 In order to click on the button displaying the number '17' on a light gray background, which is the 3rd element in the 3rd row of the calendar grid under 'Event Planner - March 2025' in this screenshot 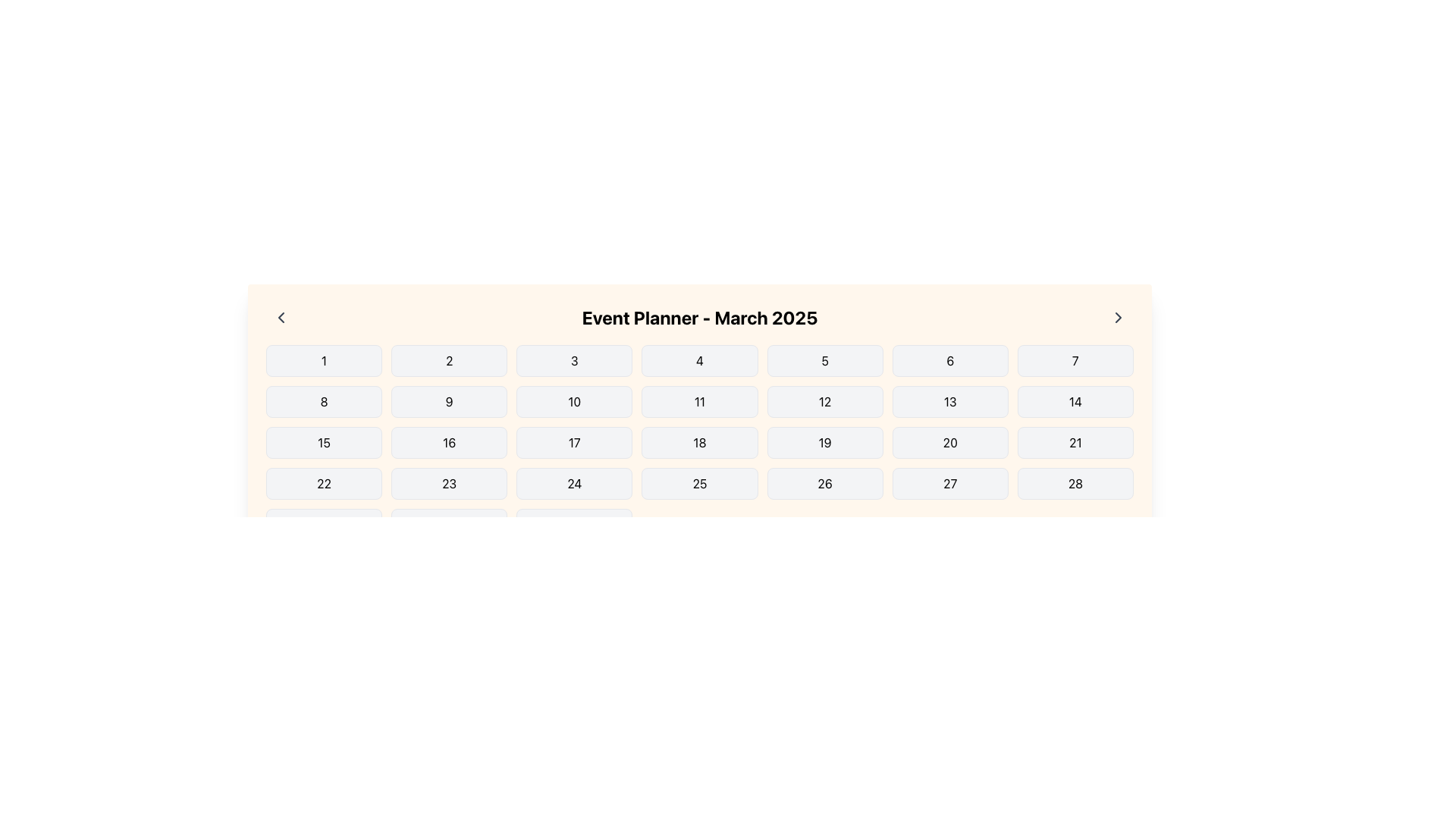, I will do `click(573, 442)`.